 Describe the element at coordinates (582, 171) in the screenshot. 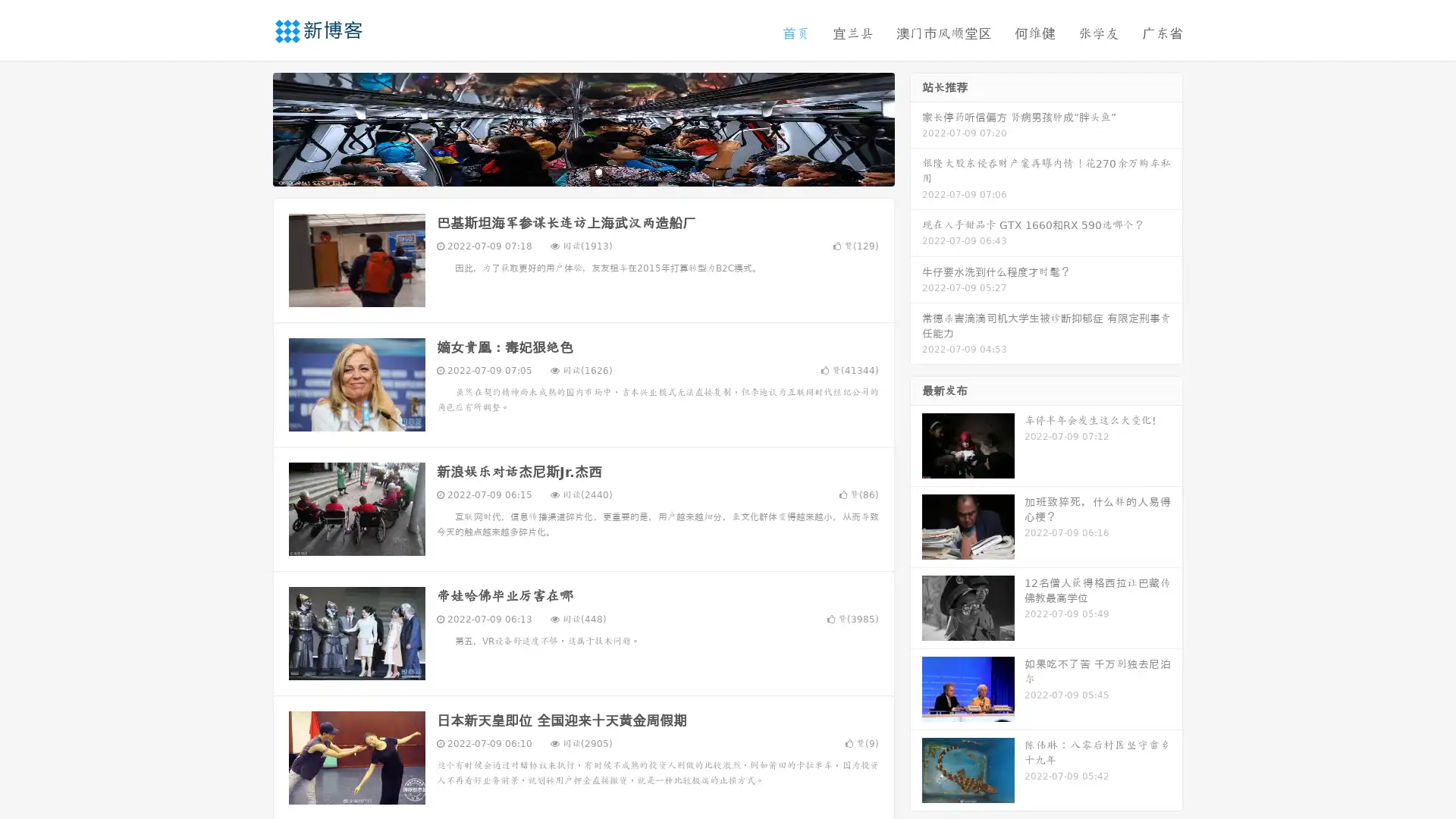

I see `Go to slide 2` at that location.